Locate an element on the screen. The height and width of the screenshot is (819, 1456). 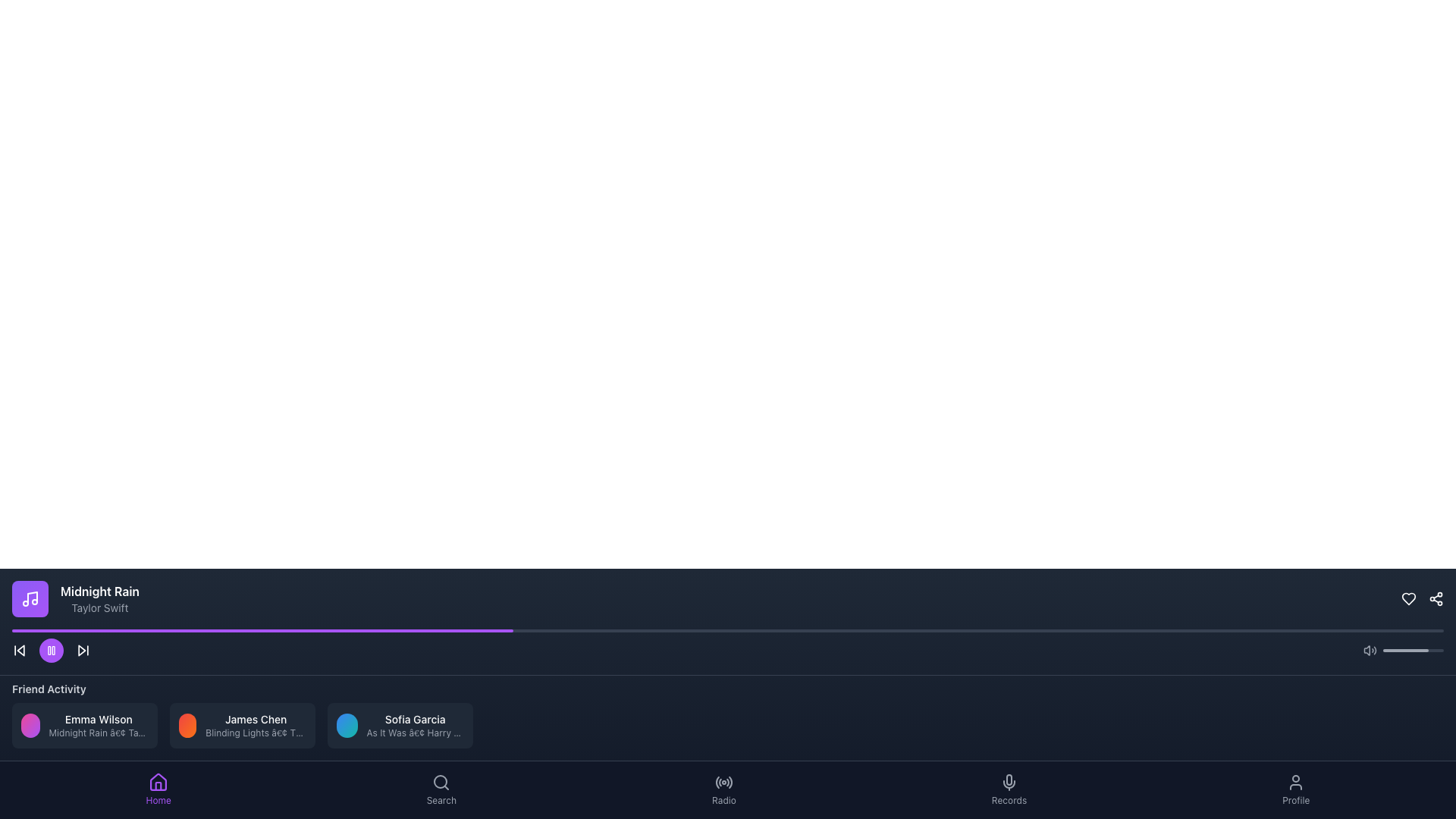
text label indicating the 'Home' section, which is located in the navigation bar at the bottom of the interface, positioned below the house icon is located at coordinates (158, 800).